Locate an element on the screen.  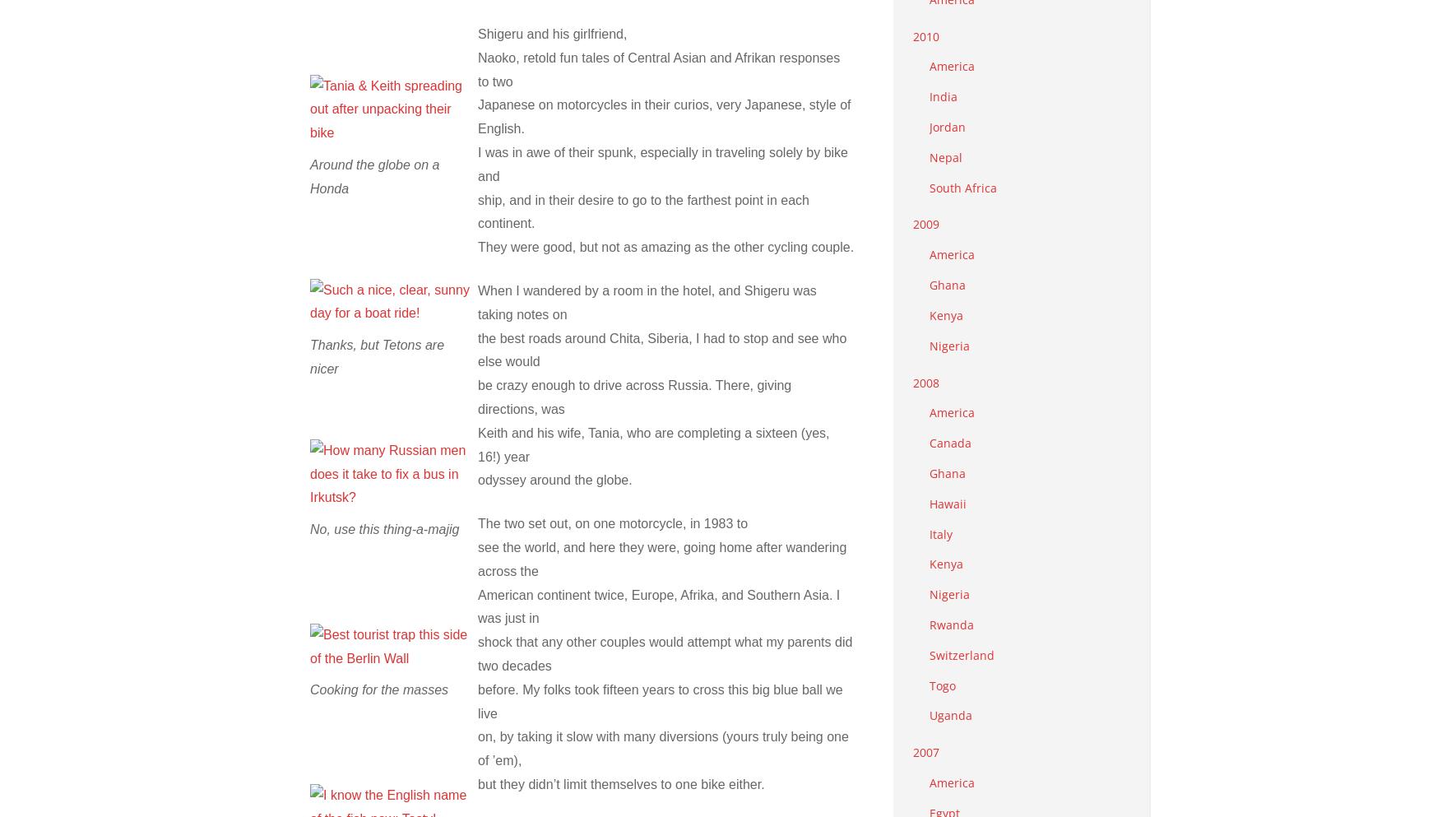
'Hawaii' is located at coordinates (948, 503).